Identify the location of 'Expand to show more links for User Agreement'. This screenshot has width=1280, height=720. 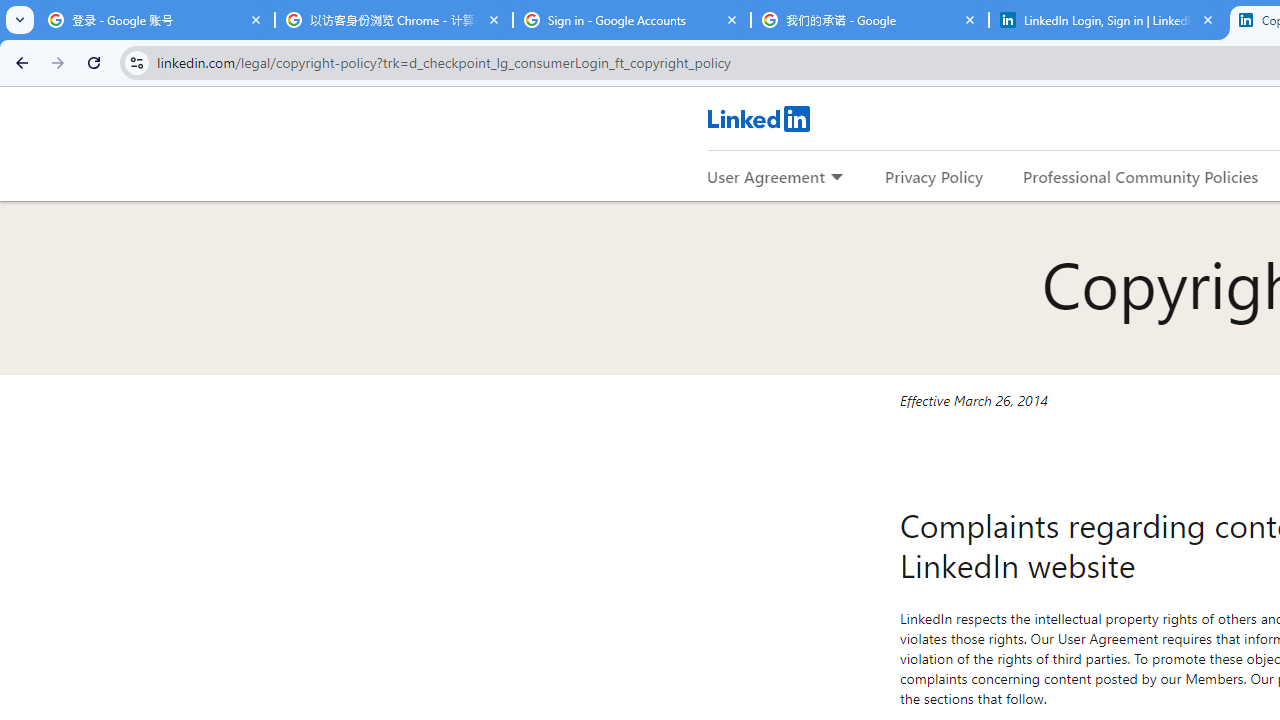
(836, 177).